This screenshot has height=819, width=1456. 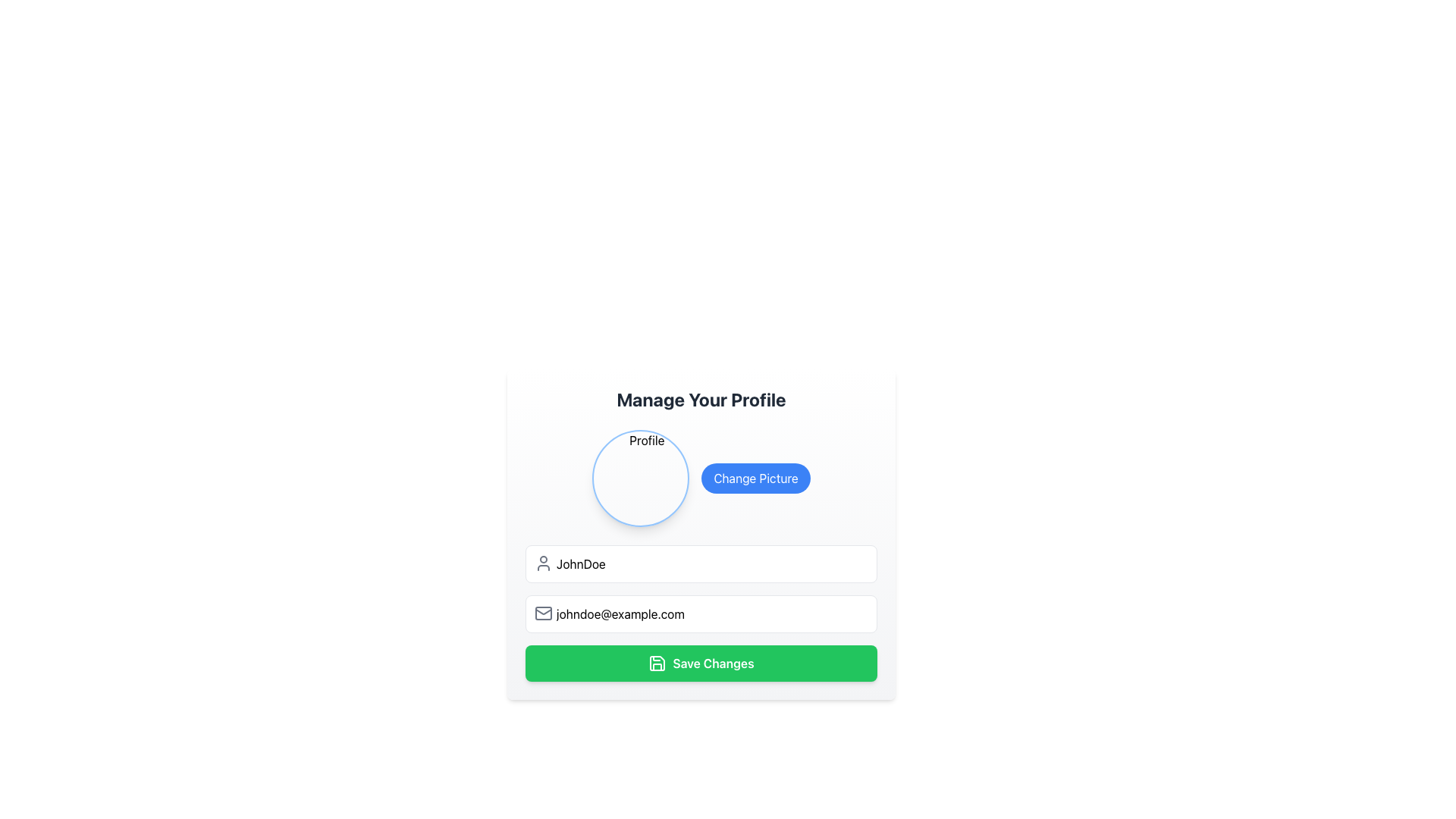 I want to click on the email address icon located on the left side of the email input field in the profile management form, so click(x=543, y=613).